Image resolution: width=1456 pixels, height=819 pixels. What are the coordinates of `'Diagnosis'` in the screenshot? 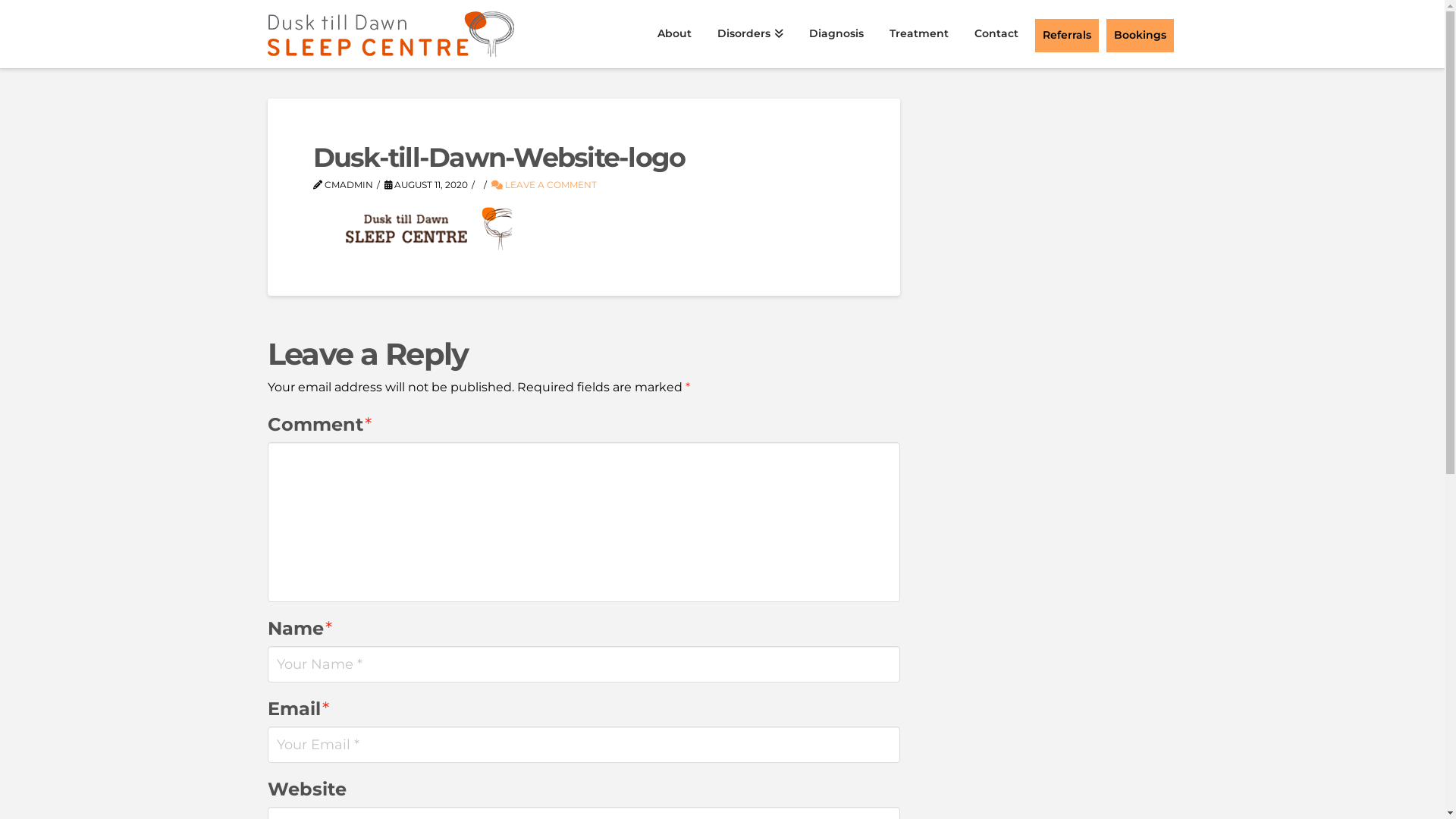 It's located at (836, 34).